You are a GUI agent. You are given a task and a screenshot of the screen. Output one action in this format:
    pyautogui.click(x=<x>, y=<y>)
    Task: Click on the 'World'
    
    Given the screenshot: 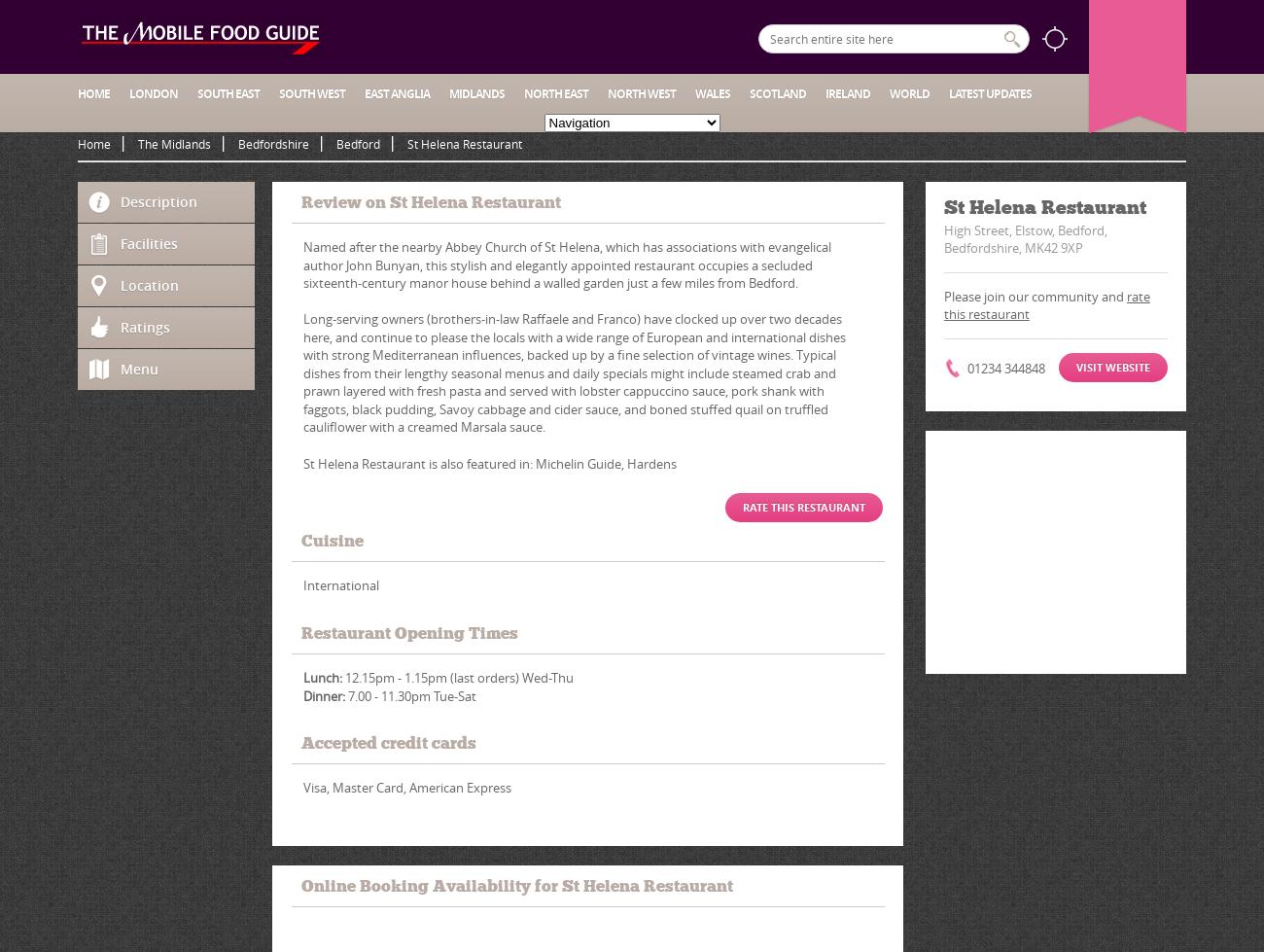 What is the action you would take?
    pyautogui.click(x=909, y=93)
    